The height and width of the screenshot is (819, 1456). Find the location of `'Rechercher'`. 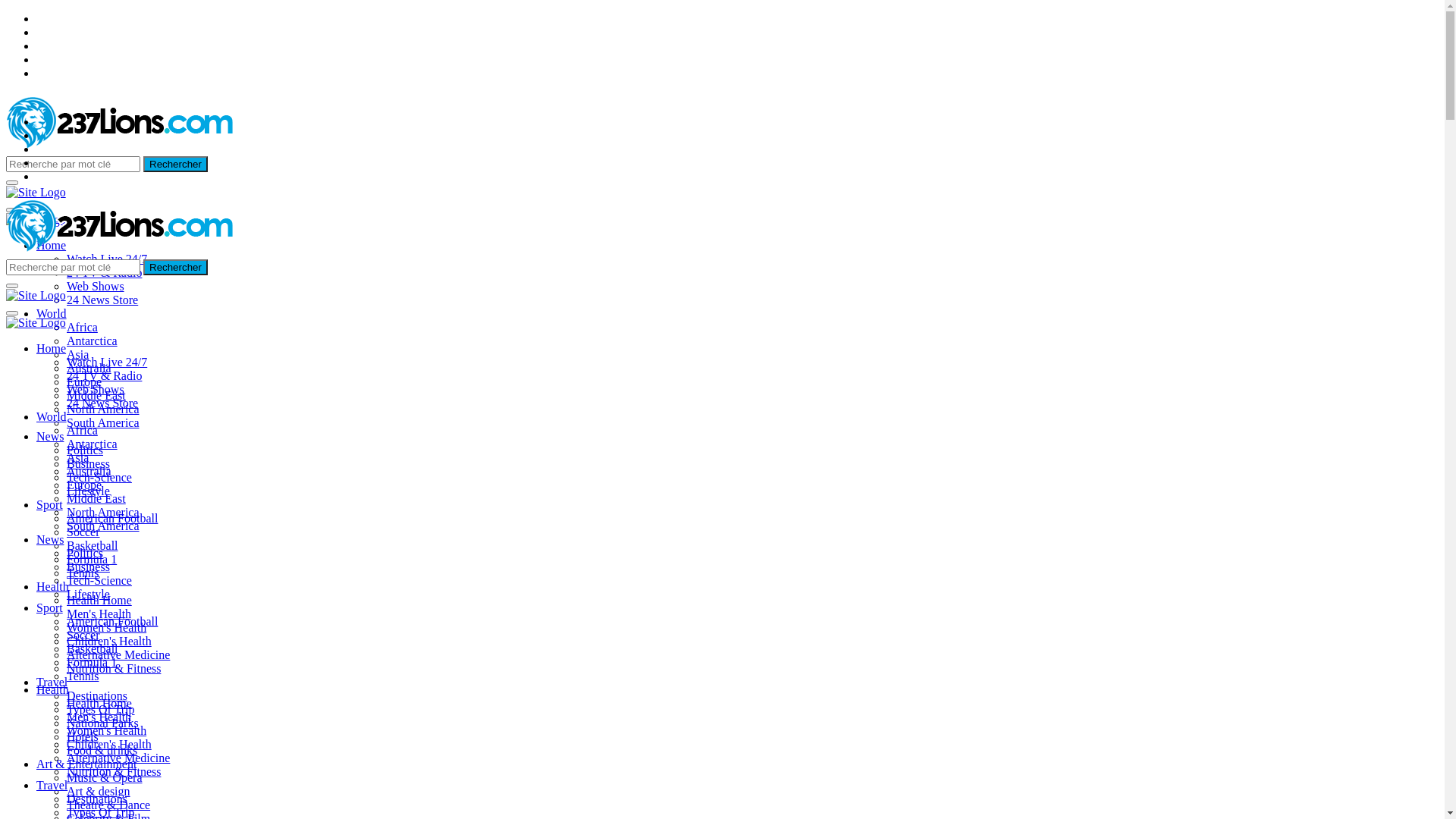

'Rechercher' is located at coordinates (175, 164).